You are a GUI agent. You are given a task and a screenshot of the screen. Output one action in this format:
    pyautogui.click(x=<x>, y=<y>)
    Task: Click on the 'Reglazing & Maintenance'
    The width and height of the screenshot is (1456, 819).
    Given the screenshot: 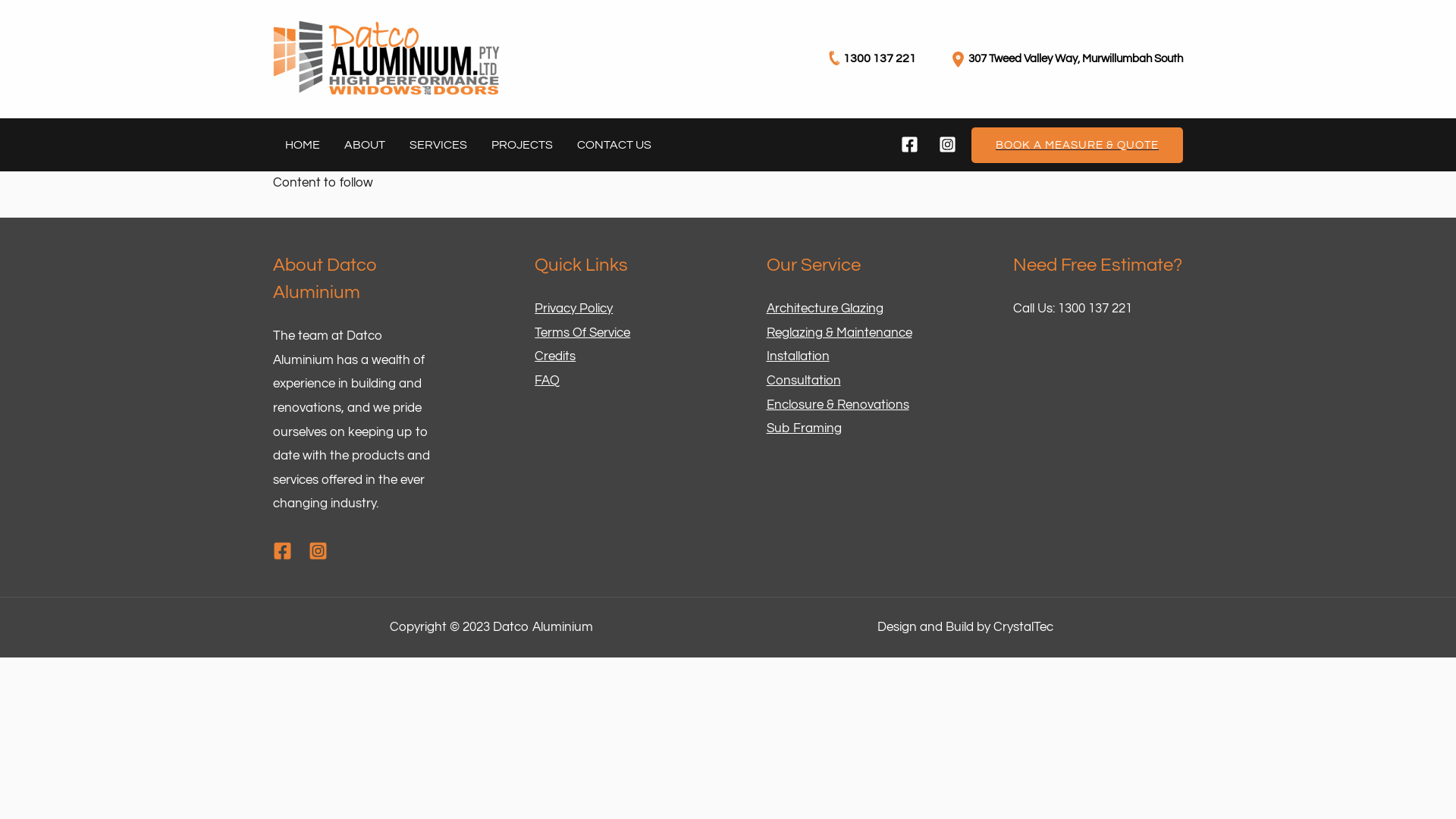 What is the action you would take?
    pyautogui.click(x=837, y=332)
    